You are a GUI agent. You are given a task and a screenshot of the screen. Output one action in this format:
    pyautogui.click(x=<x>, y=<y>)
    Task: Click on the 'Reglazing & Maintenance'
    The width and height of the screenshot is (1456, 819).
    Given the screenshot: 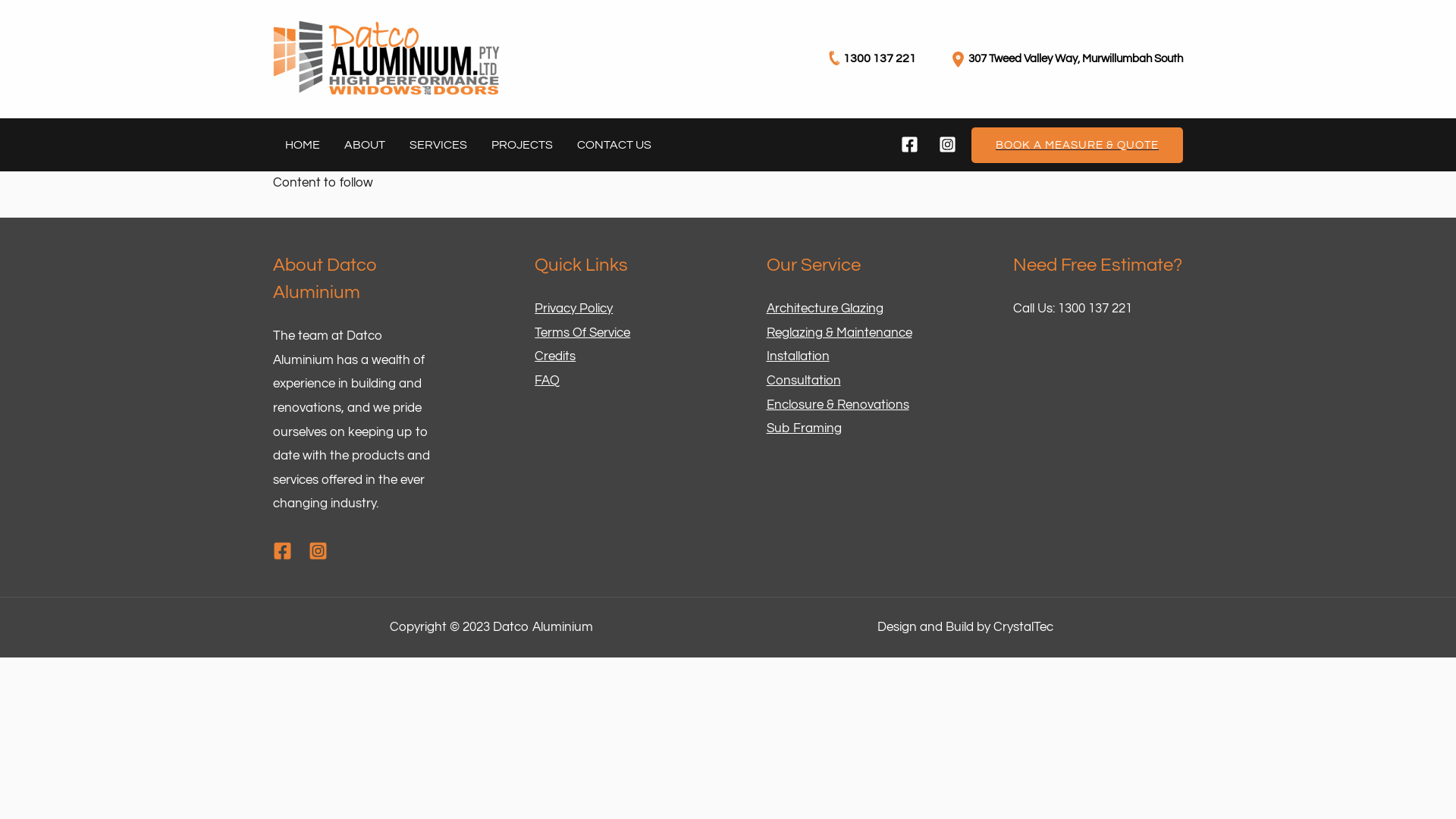 What is the action you would take?
    pyautogui.click(x=837, y=332)
    